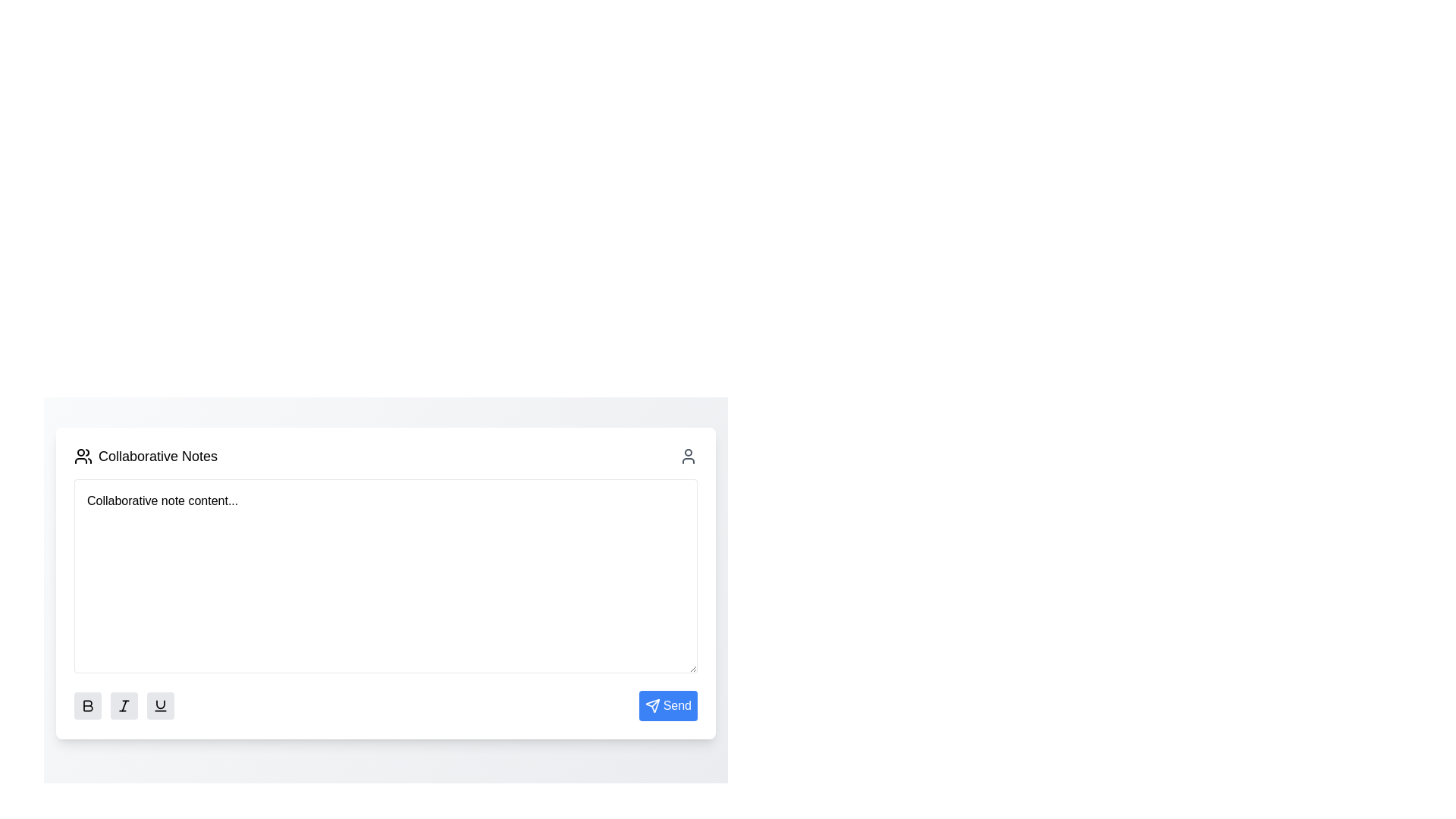 This screenshot has height=819, width=1456. Describe the element at coordinates (86, 705) in the screenshot. I see `the leftmost button in the formatting toolbar` at that location.